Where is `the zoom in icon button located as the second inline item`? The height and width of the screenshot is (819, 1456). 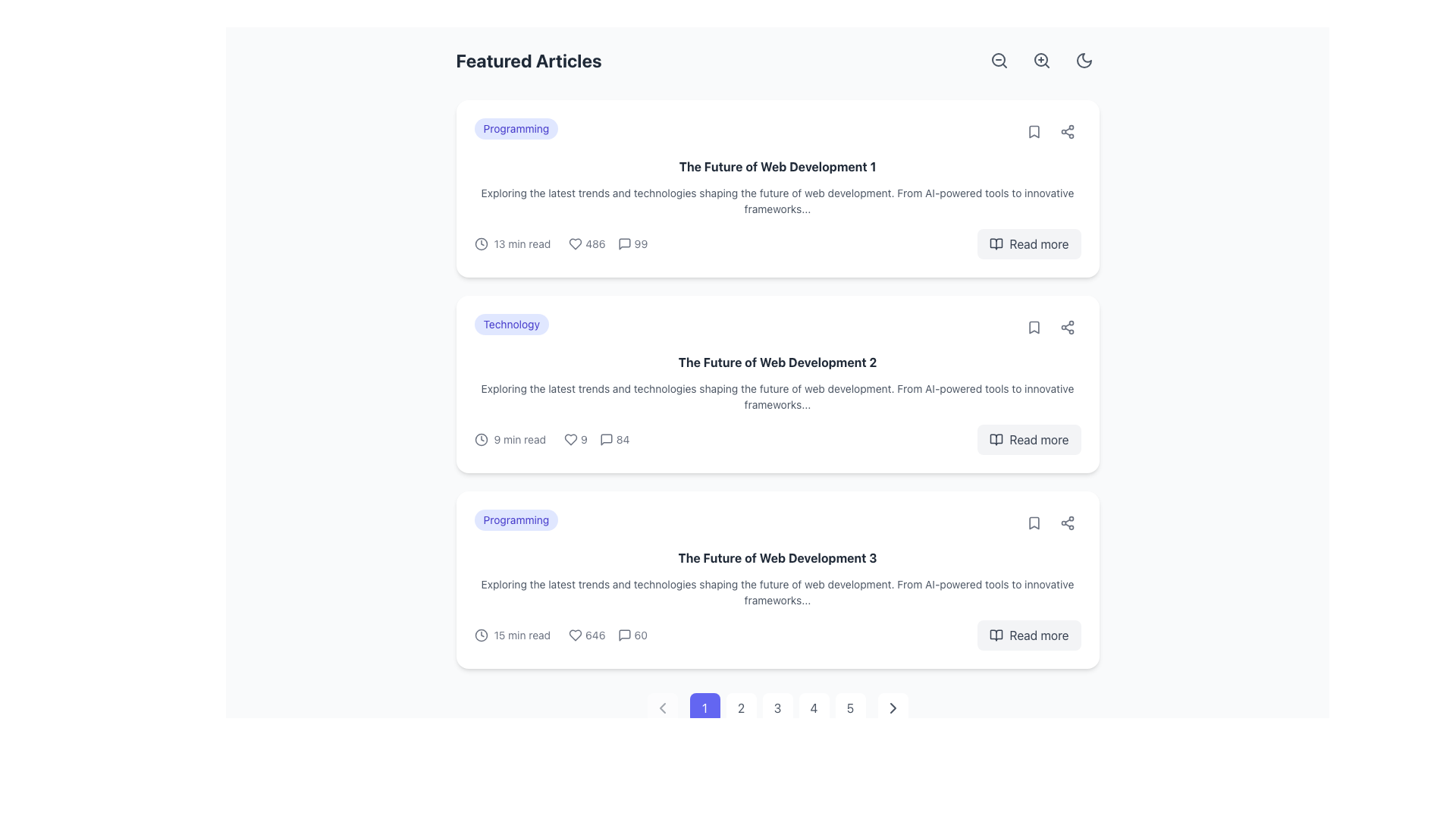
the zoom in icon button located as the second inline item is located at coordinates (1040, 60).